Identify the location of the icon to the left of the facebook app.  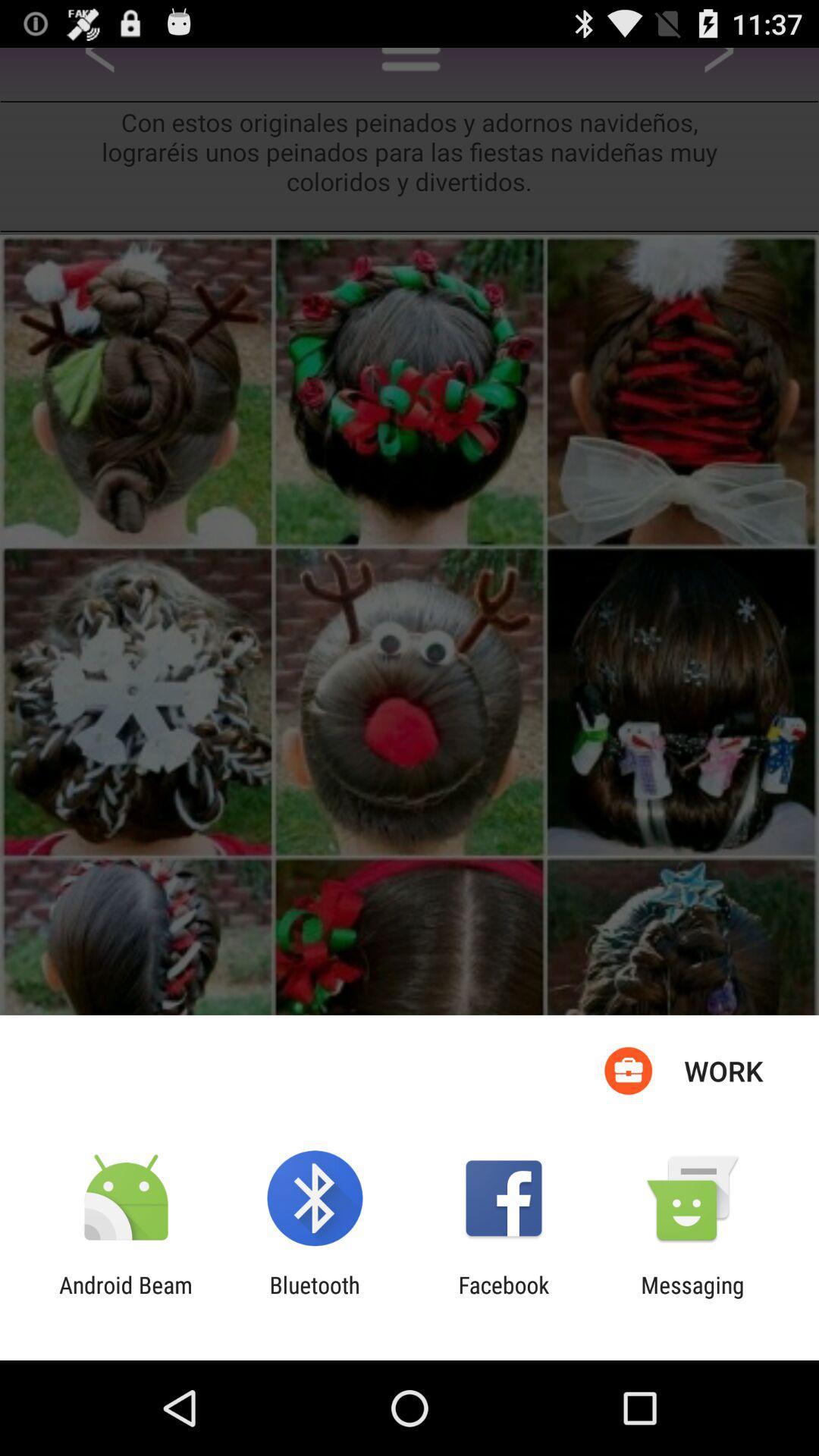
(314, 1298).